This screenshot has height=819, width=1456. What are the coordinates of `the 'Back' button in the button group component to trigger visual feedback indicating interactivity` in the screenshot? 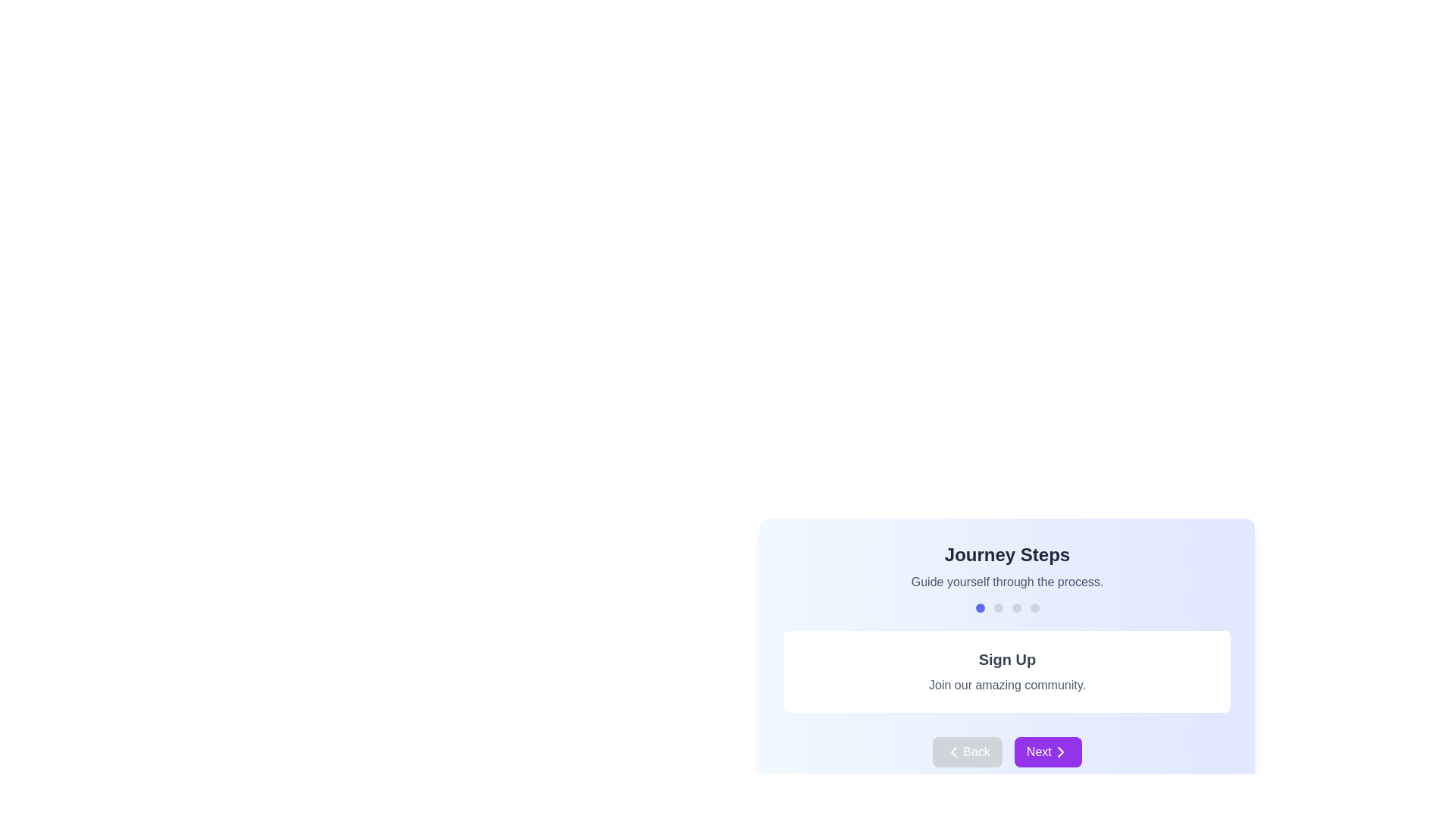 It's located at (1007, 752).